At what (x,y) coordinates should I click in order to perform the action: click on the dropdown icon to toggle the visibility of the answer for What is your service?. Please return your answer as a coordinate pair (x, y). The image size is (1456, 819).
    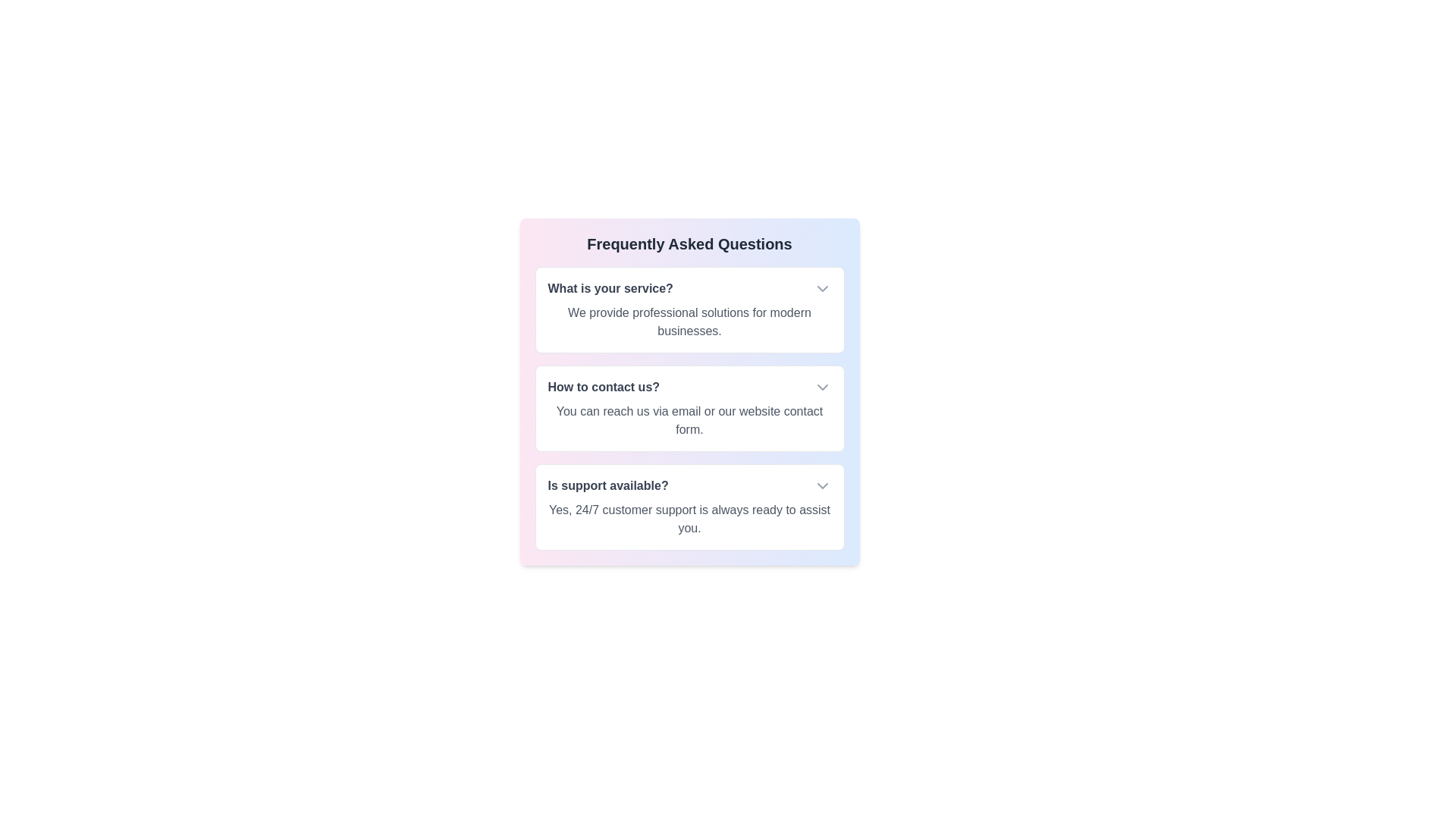
    Looking at the image, I should click on (821, 289).